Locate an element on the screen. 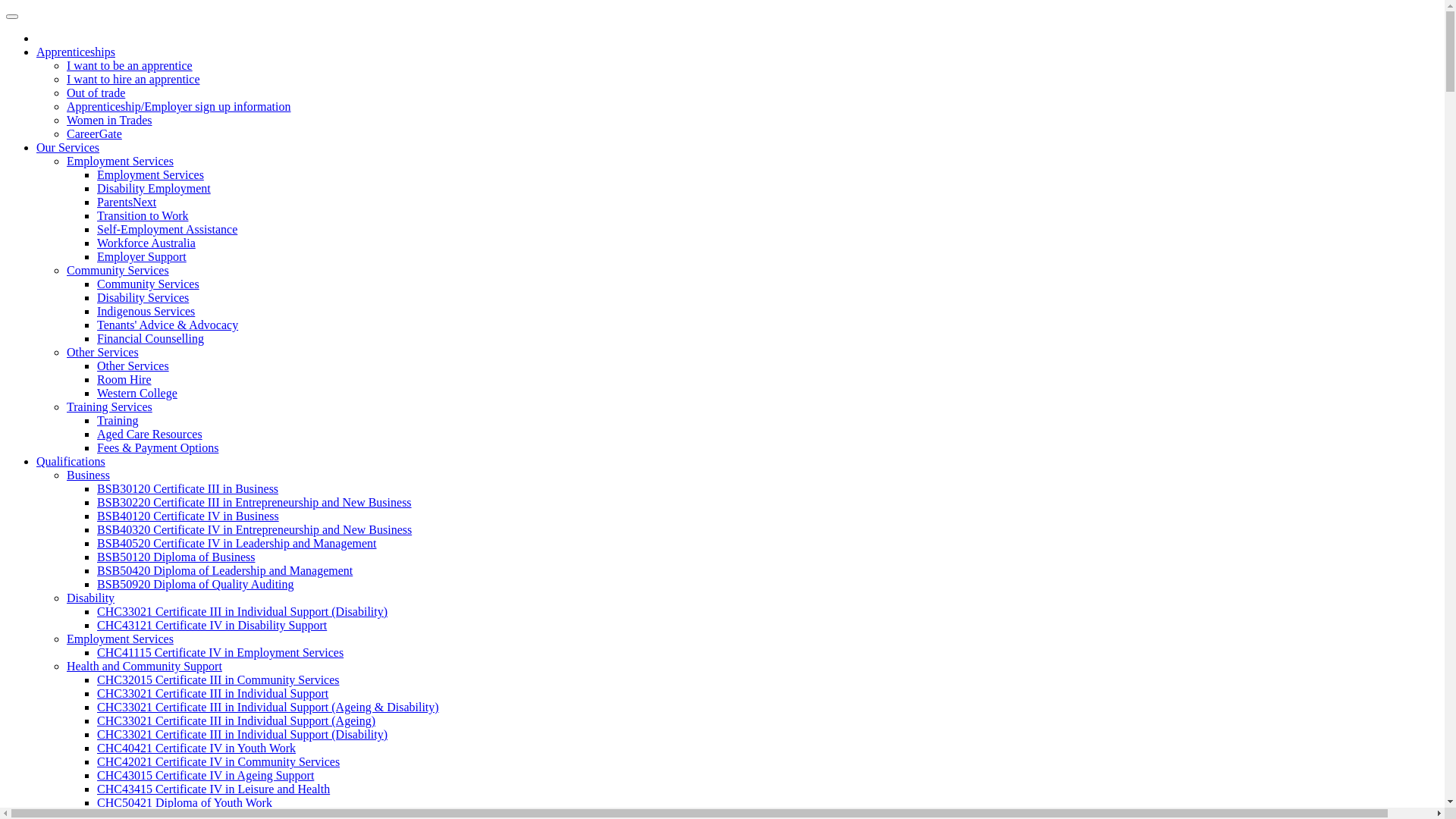 This screenshot has width=1456, height=819. 'Training' is located at coordinates (96, 420).